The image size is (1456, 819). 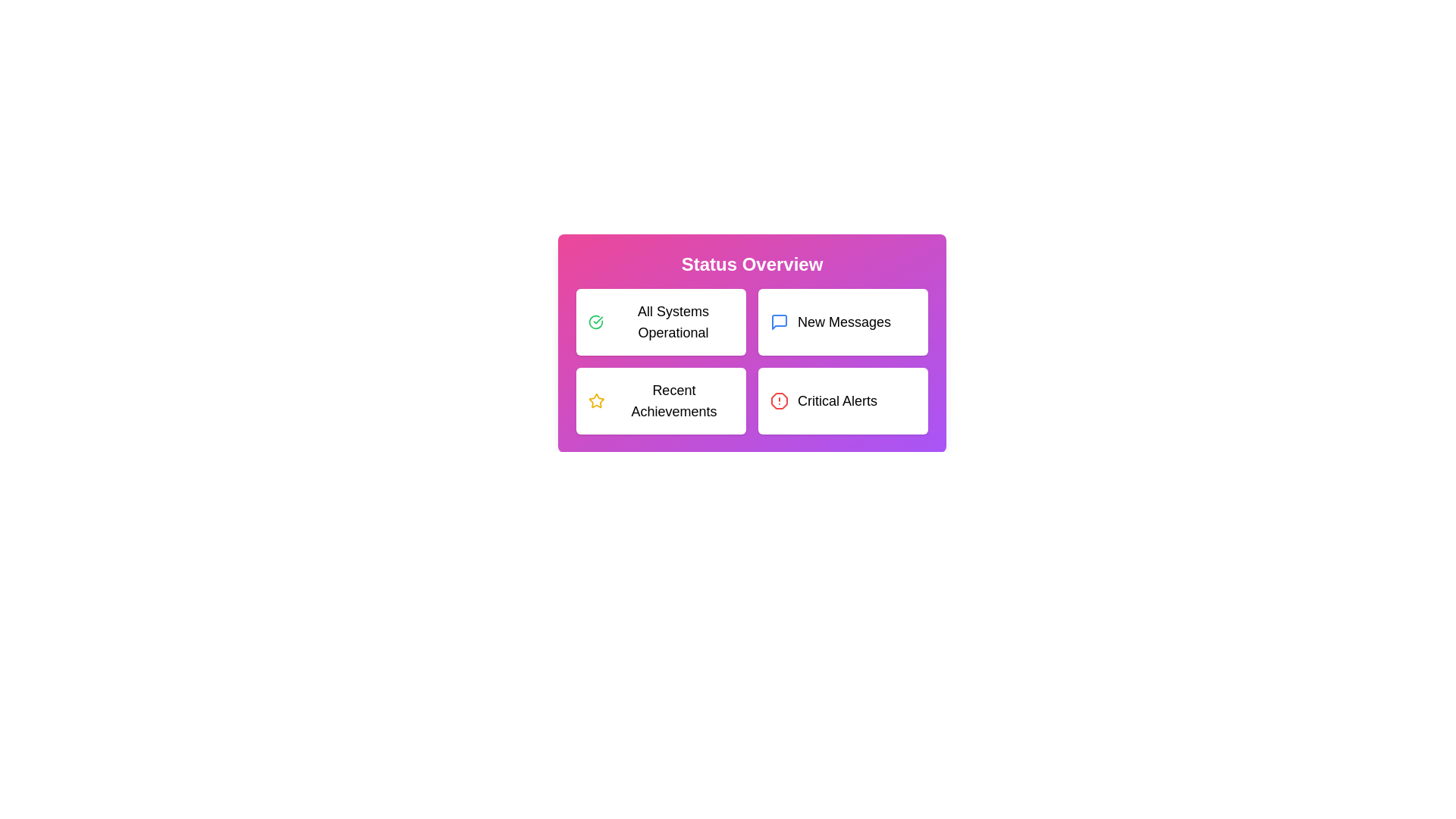 What do you see at coordinates (595, 321) in the screenshot?
I see `the circular confirmation icon with a green border and checkmark located in the top-left card of the 'Status Overview' section, to the left of the text 'All Systems Operational'` at bounding box center [595, 321].